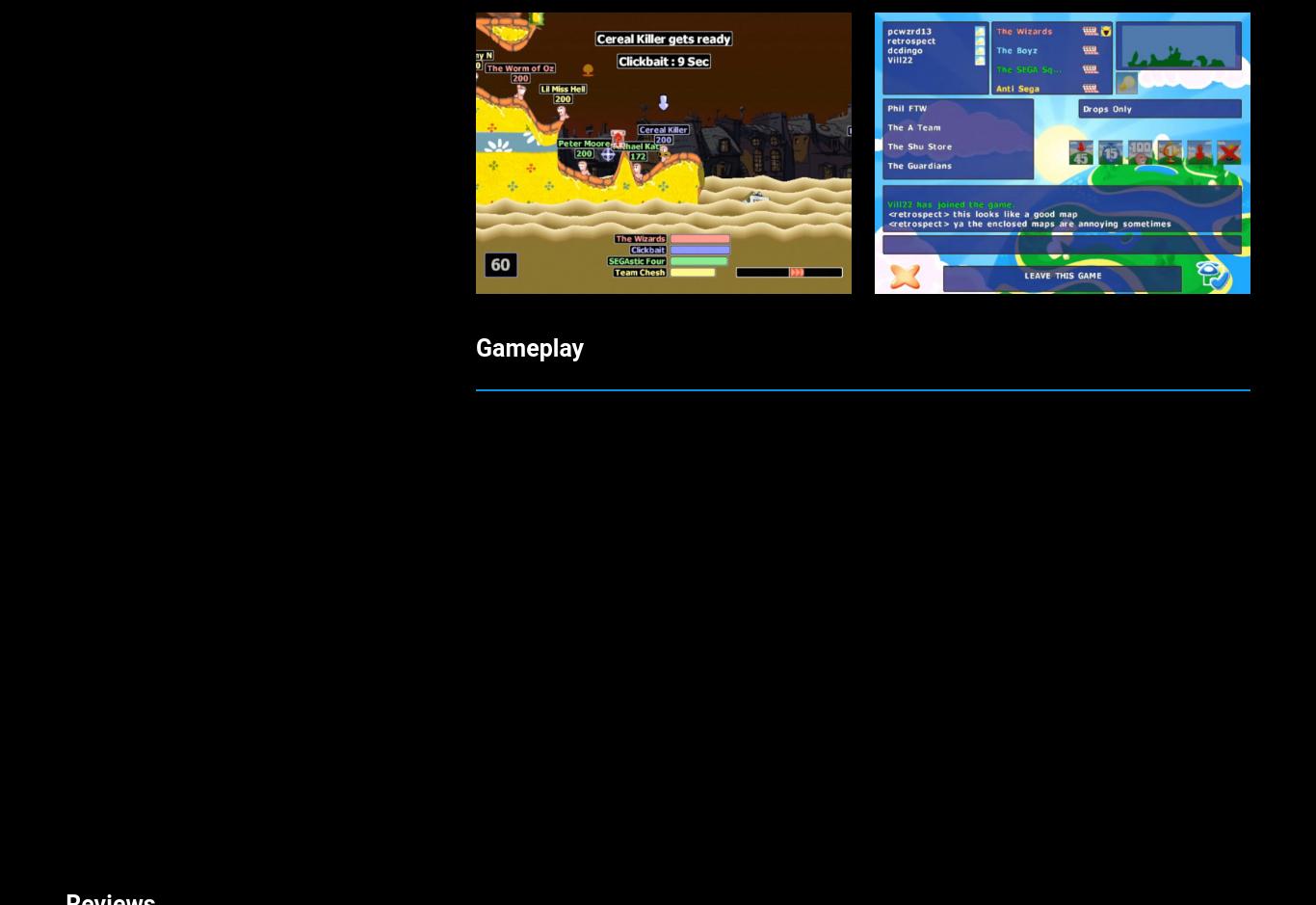 This screenshot has width=1316, height=905. Describe the element at coordinates (176, 256) in the screenshot. I see `'2D Worms at its best'` at that location.